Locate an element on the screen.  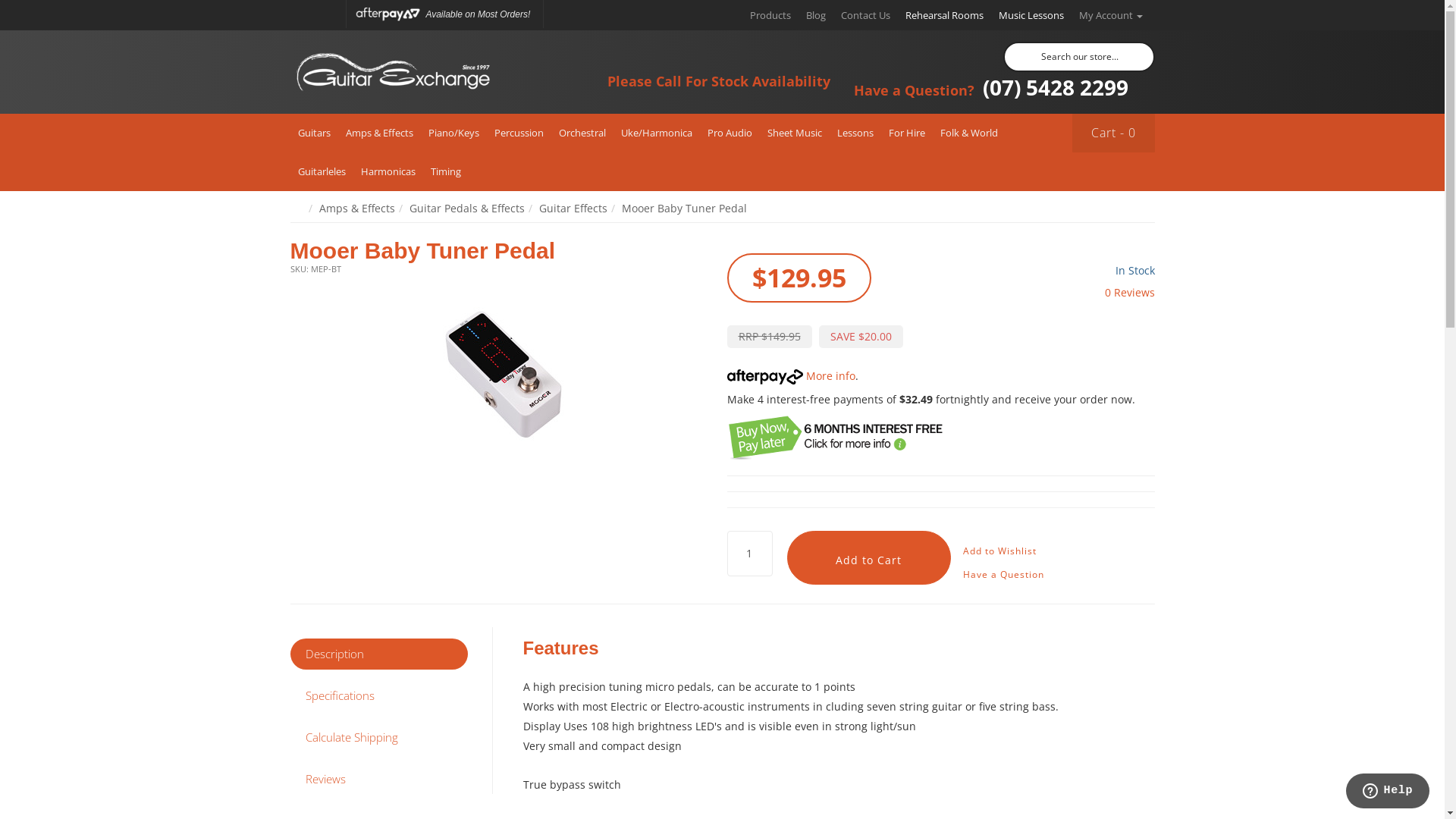
'Description' is located at coordinates (378, 653).